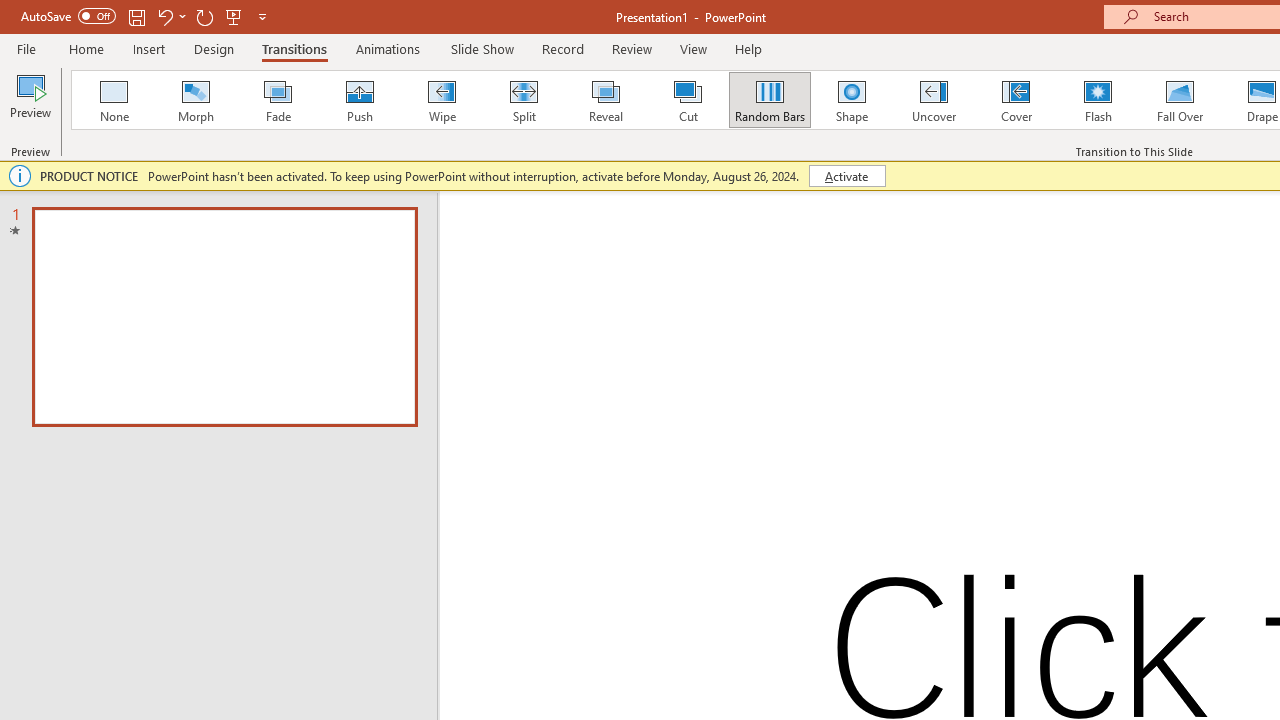 The width and height of the screenshot is (1280, 720). I want to click on 'Uncover', so click(933, 100).